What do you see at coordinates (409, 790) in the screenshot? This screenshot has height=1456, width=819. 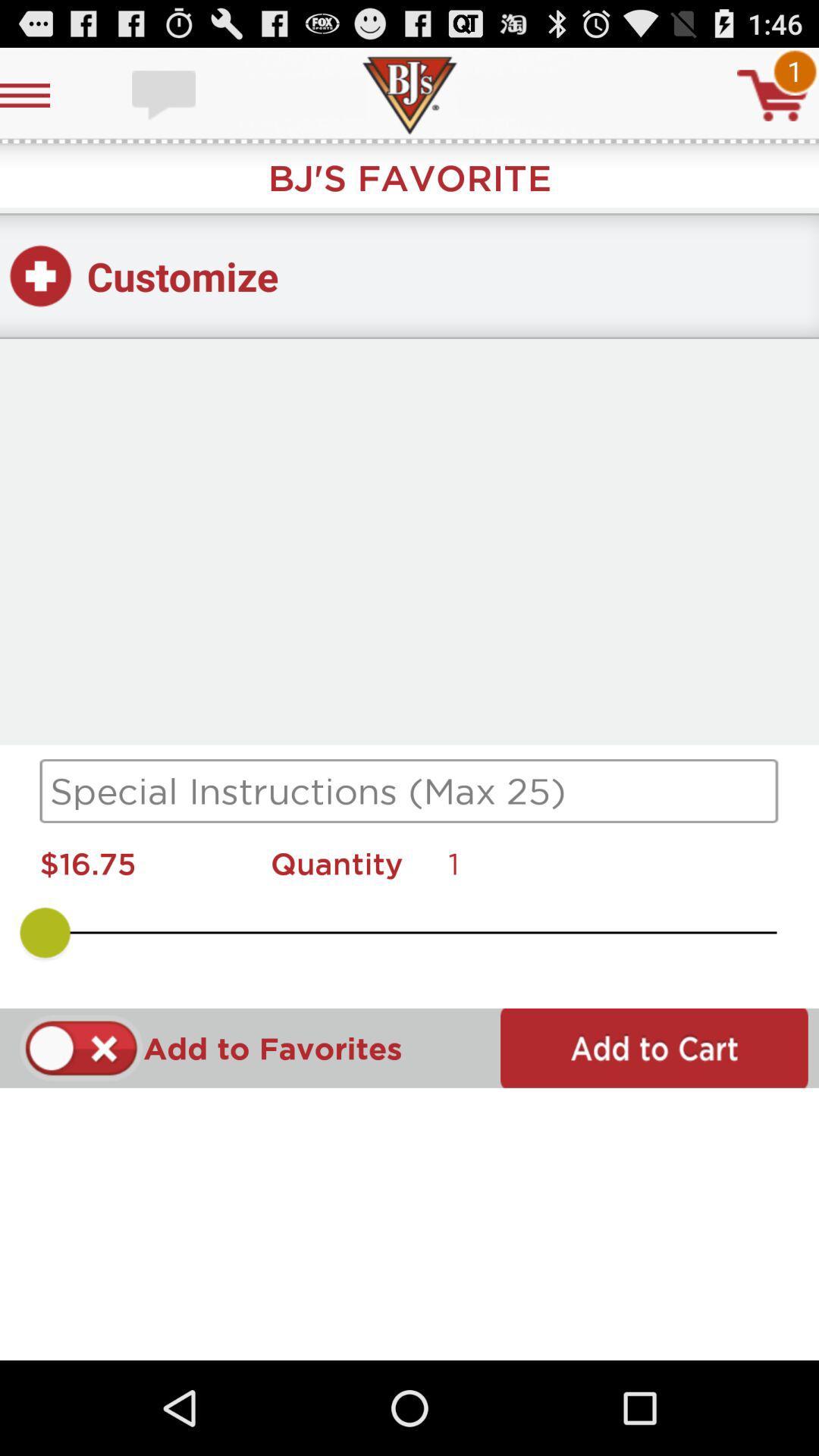 I see `name` at bounding box center [409, 790].